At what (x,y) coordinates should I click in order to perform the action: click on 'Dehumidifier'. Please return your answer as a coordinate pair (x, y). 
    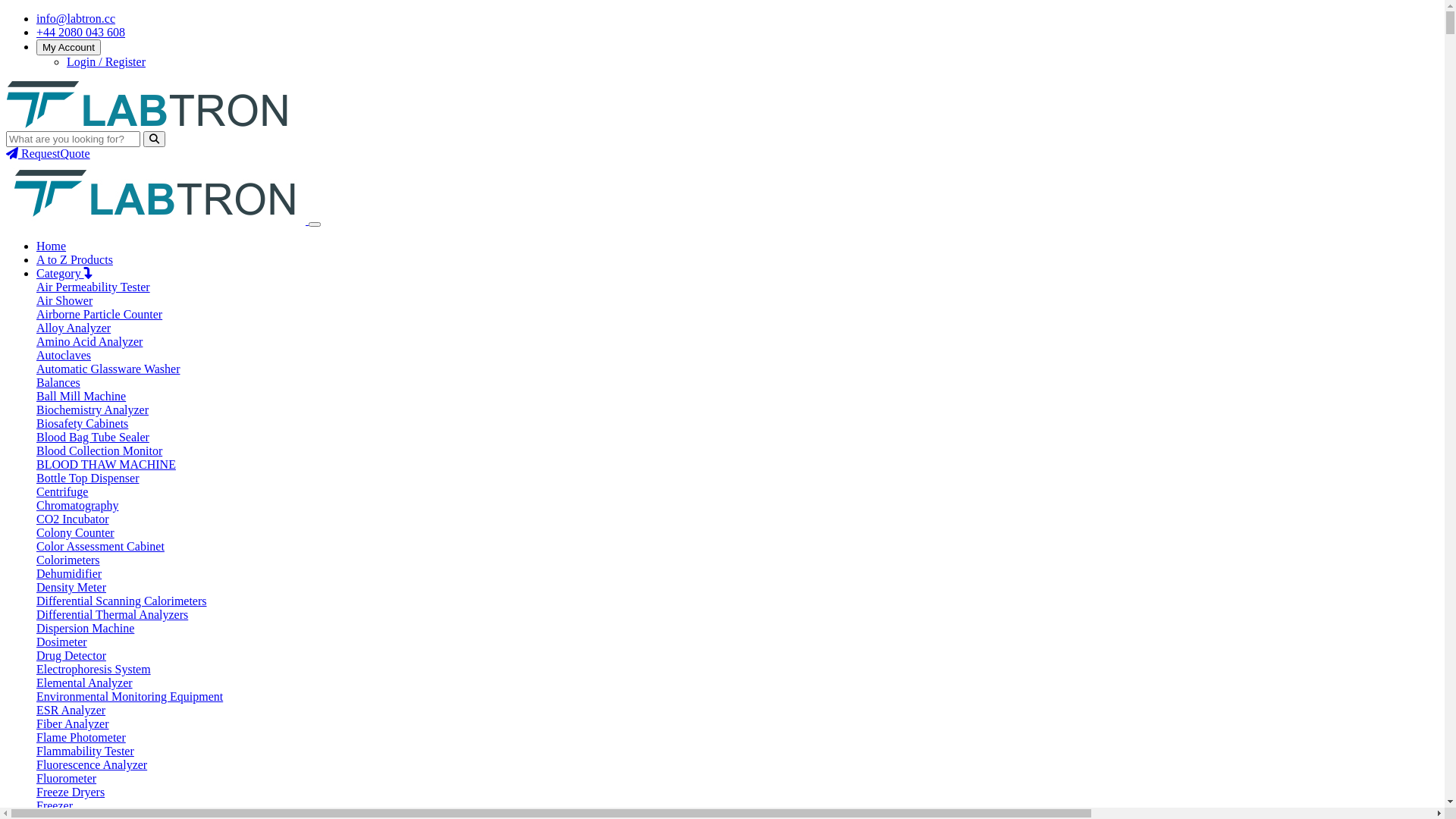
    Looking at the image, I should click on (68, 573).